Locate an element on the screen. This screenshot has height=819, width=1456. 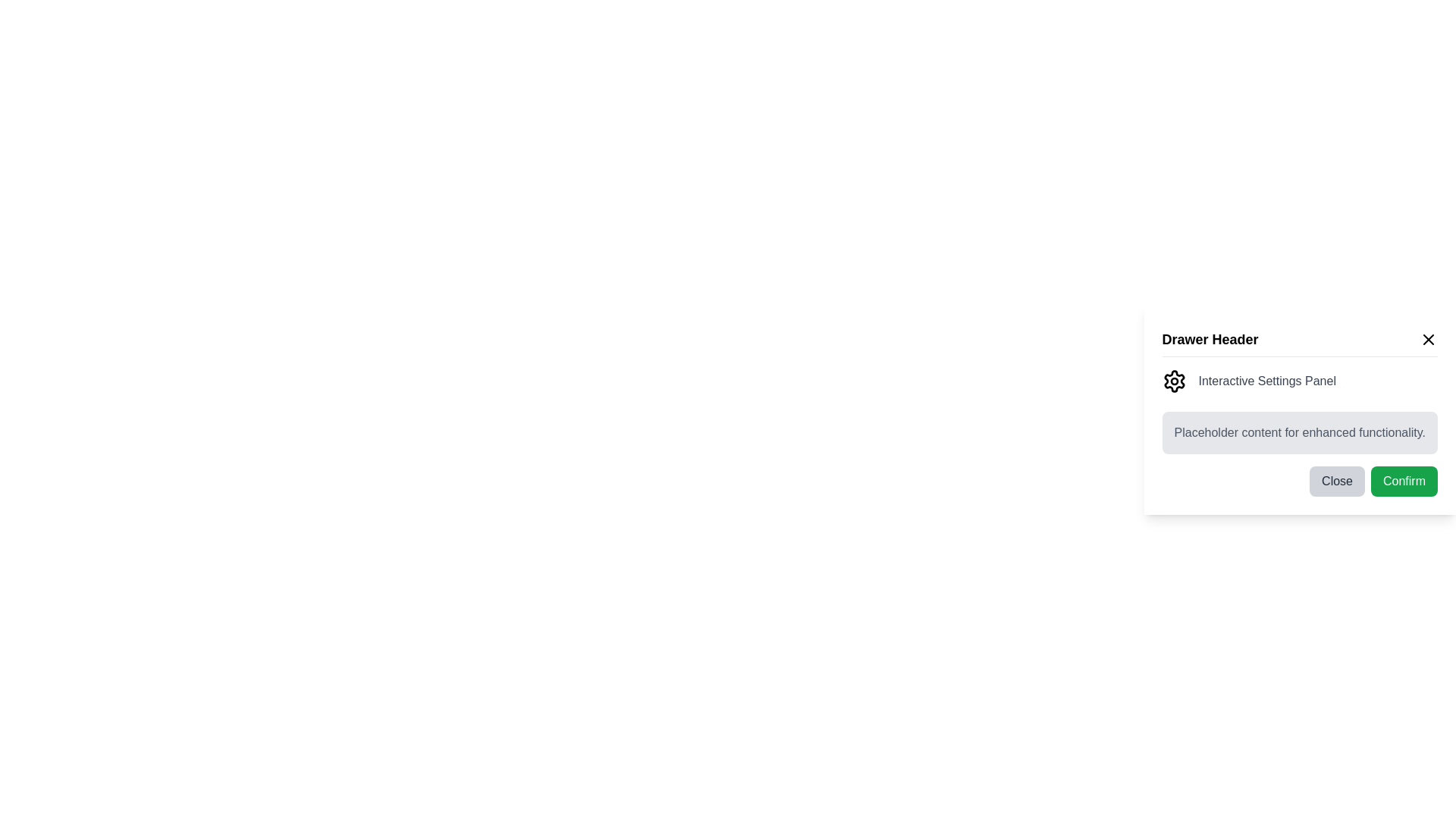
the label displaying 'Interactive Settings Panel', which is styled with 'text-gray-700' and placed adjacent to a settings gear icon in the header area of the floating settings panel is located at coordinates (1267, 380).